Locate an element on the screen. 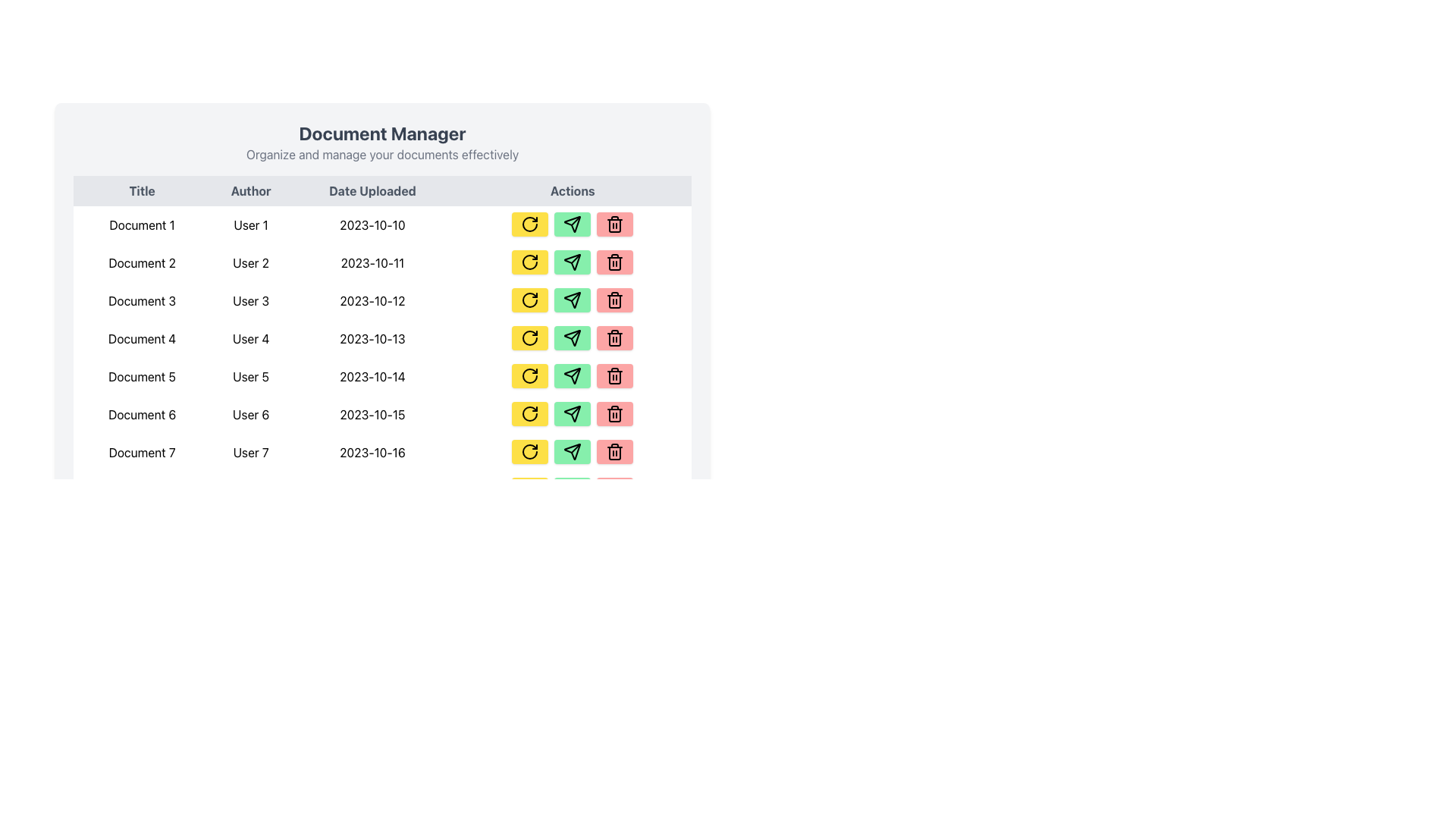 The width and height of the screenshot is (1456, 819). the 'Document 1' text label in the 'Title' column of the data table, which is the first row entry and displays black text on a white background is located at coordinates (142, 225).